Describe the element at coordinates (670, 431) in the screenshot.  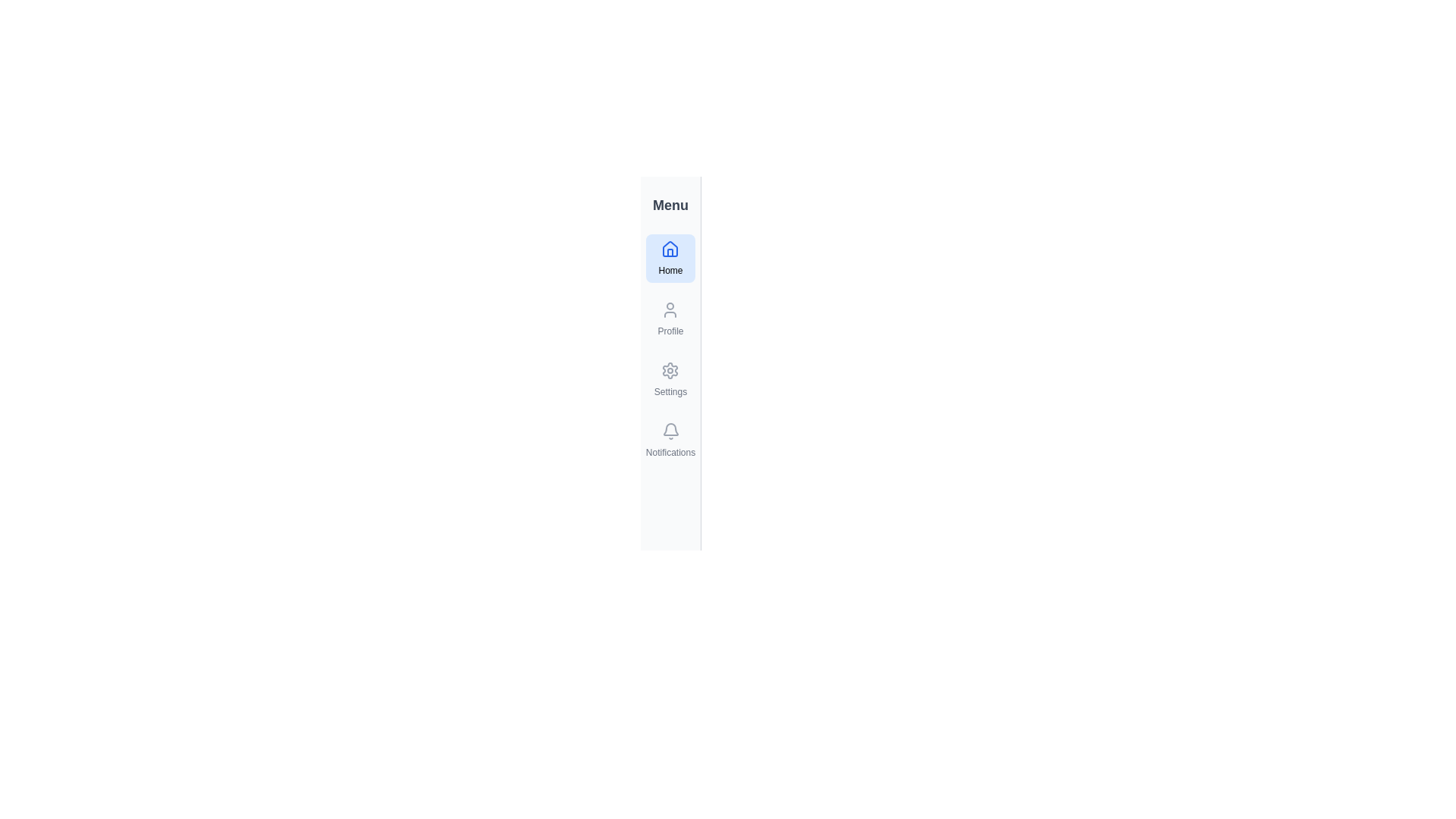
I see `the outlined bell icon with a gray stroke located above the 'Notifications' text label in the vertical menu` at that location.